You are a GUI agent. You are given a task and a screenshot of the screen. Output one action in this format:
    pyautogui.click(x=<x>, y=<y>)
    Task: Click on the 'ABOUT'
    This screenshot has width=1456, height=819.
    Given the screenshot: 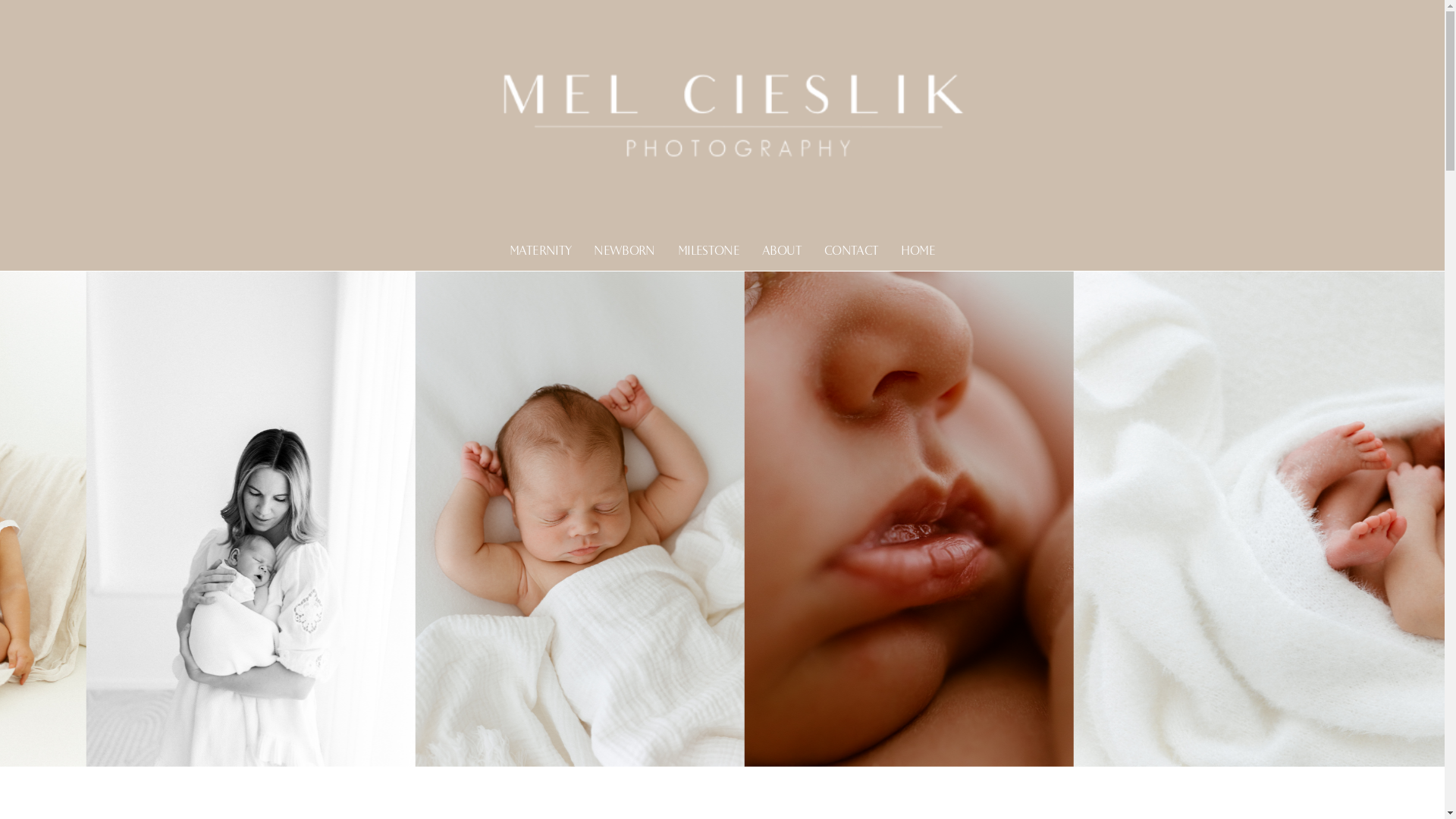 What is the action you would take?
    pyautogui.click(x=782, y=250)
    